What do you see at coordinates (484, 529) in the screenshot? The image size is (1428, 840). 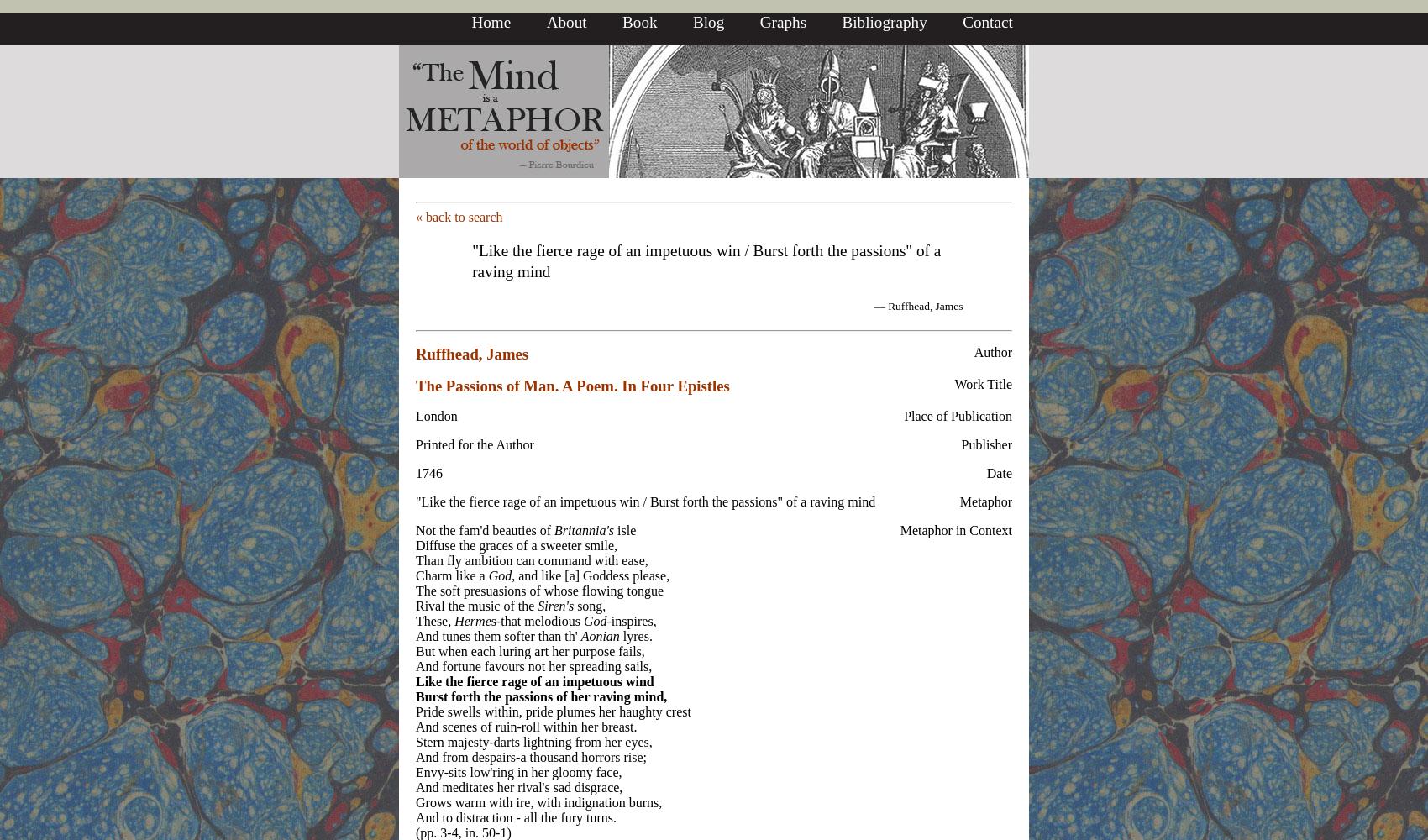 I see `'Not the fam'd beauties of'` at bounding box center [484, 529].